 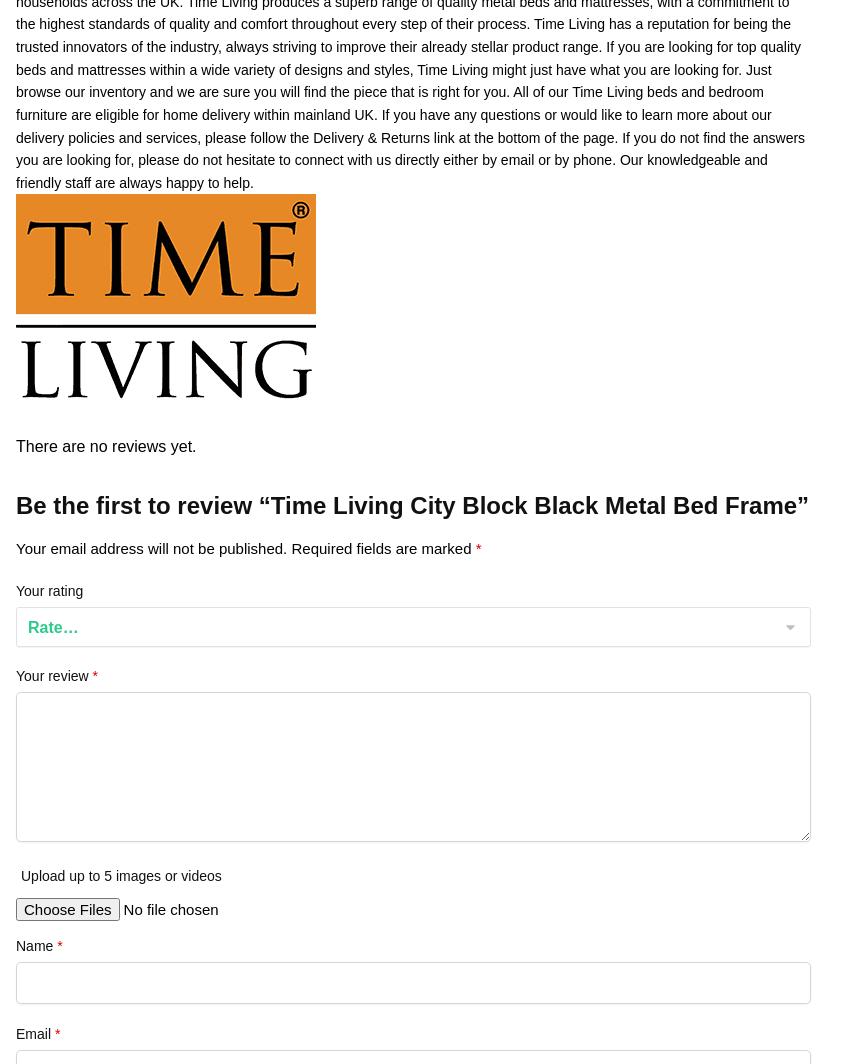 What do you see at coordinates (417, 125) in the screenshot?
I see `'5-10 Days (estimated)'` at bounding box center [417, 125].